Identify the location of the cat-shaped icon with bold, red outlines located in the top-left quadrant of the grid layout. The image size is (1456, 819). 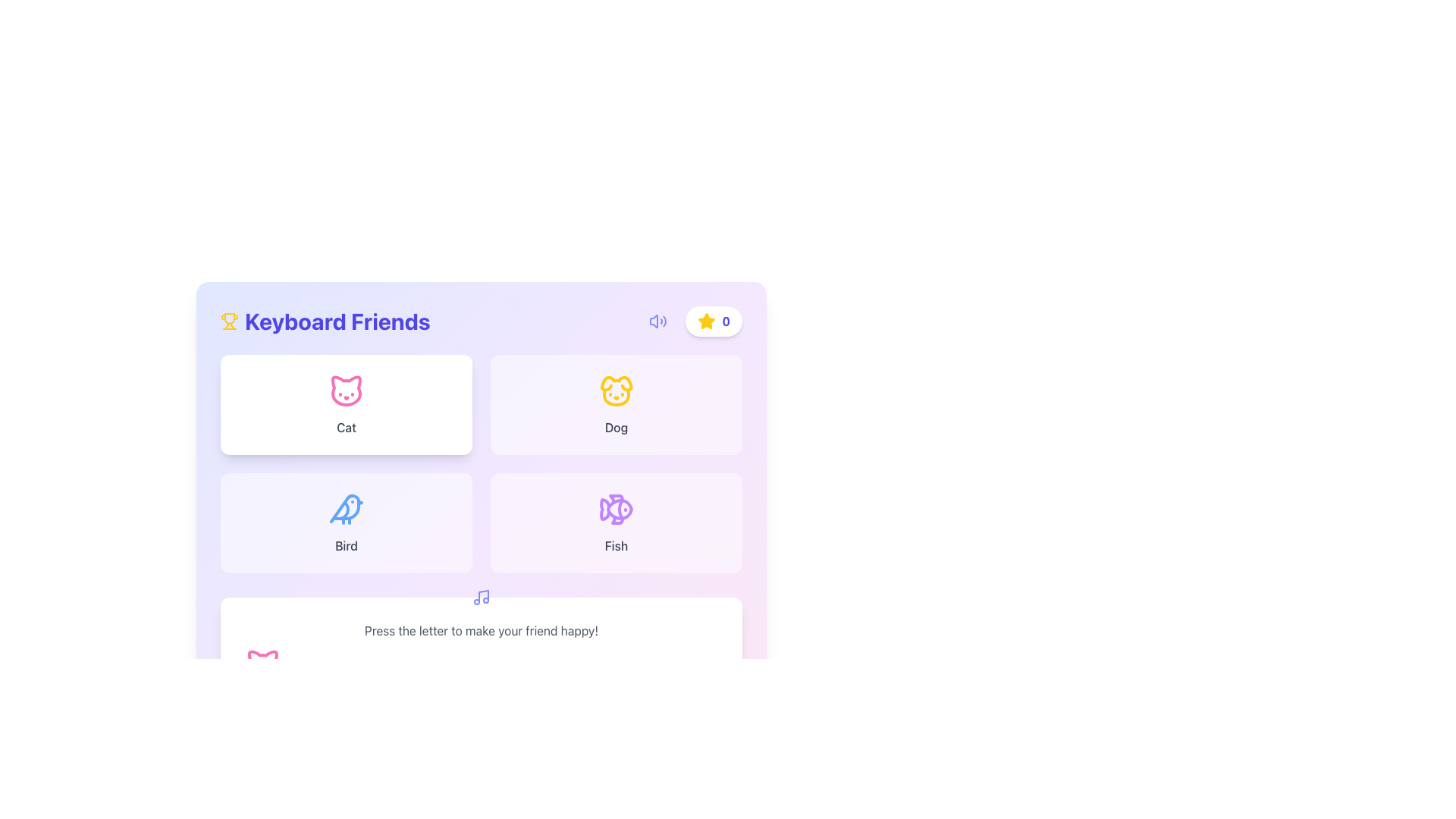
(345, 390).